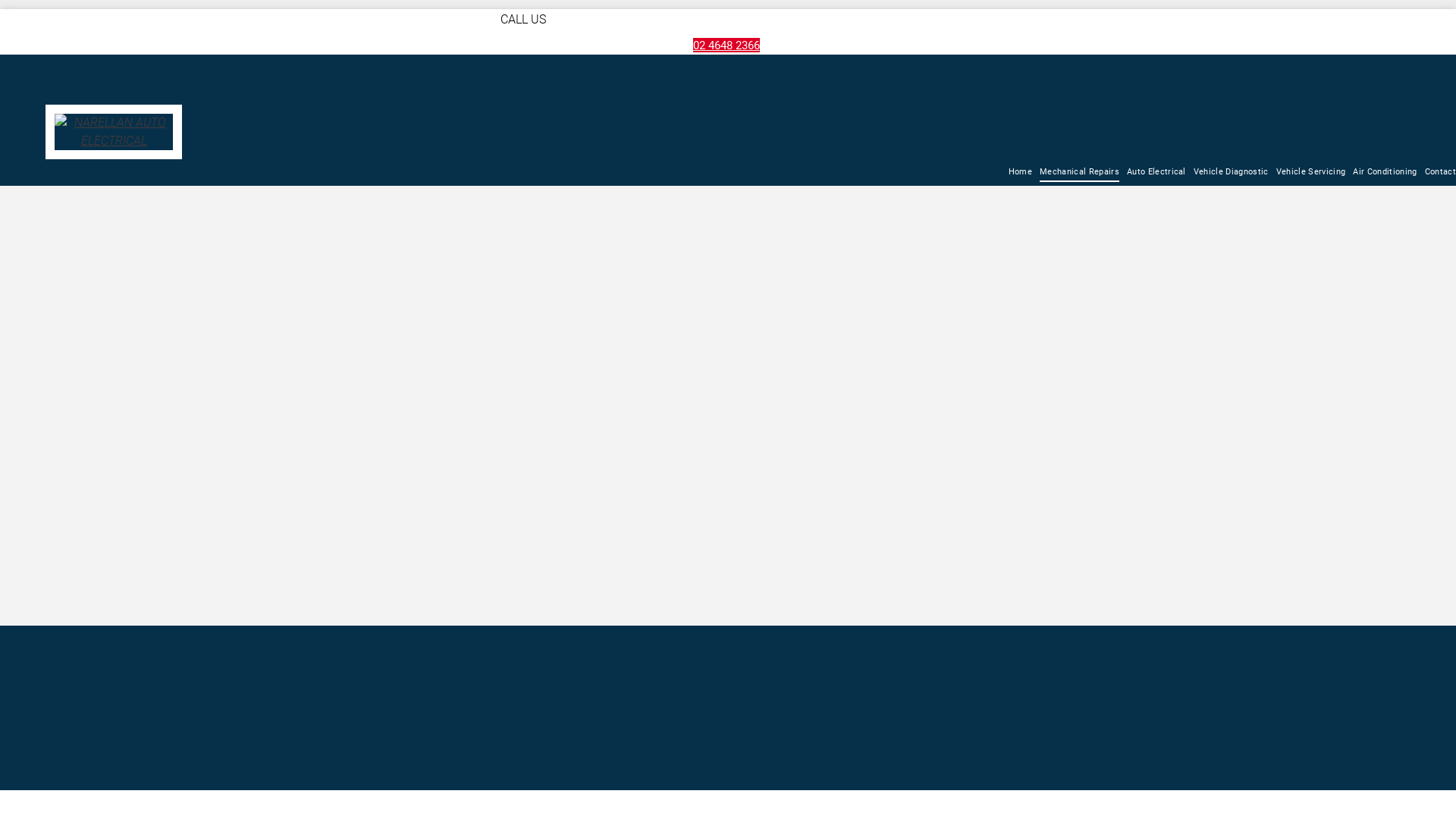  What do you see at coordinates (726, 44) in the screenshot?
I see `'02 4648 2366'` at bounding box center [726, 44].